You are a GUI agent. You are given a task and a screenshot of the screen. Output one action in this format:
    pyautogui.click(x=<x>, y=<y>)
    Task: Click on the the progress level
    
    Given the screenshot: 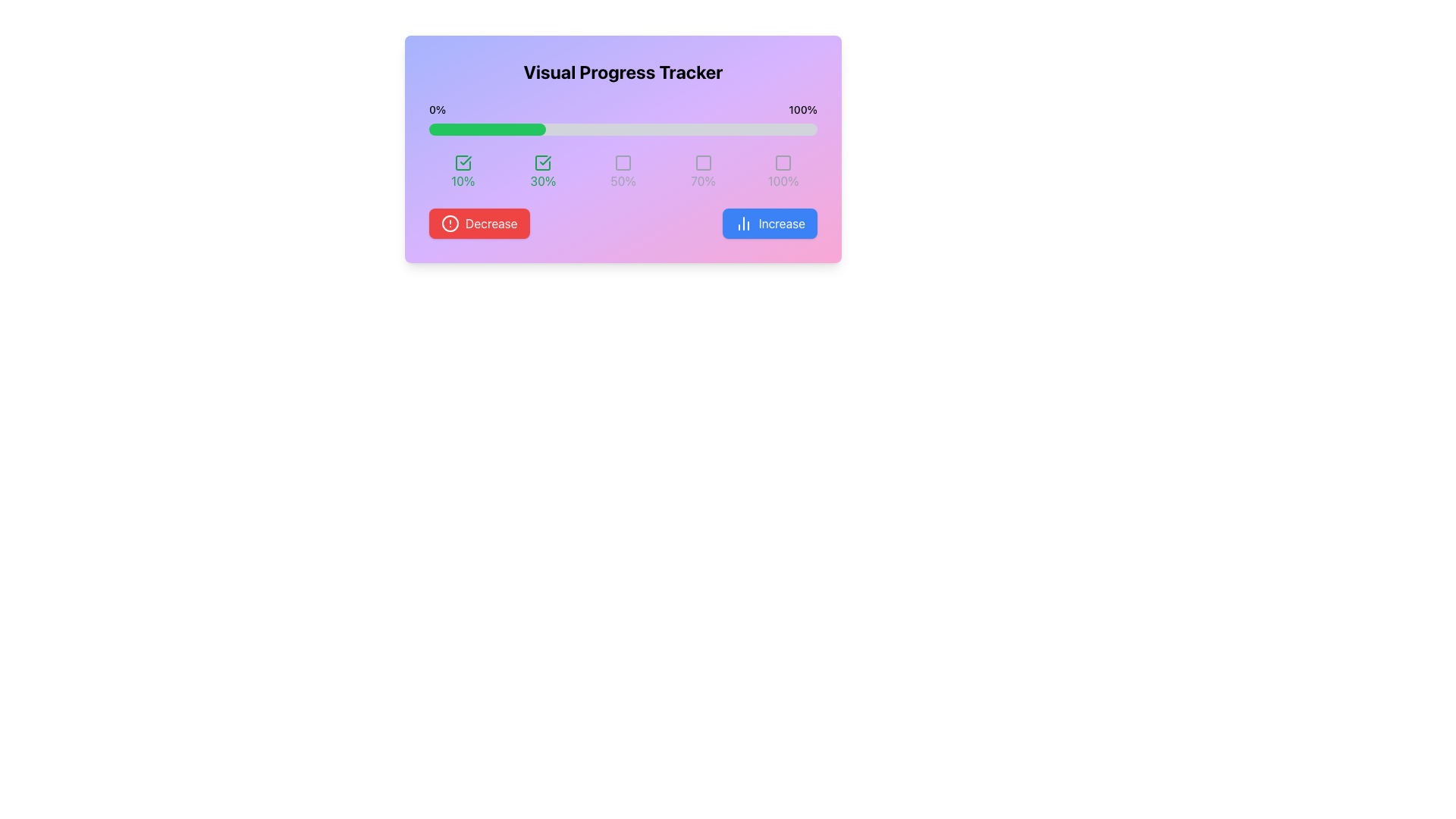 What is the action you would take?
    pyautogui.click(x=654, y=128)
    